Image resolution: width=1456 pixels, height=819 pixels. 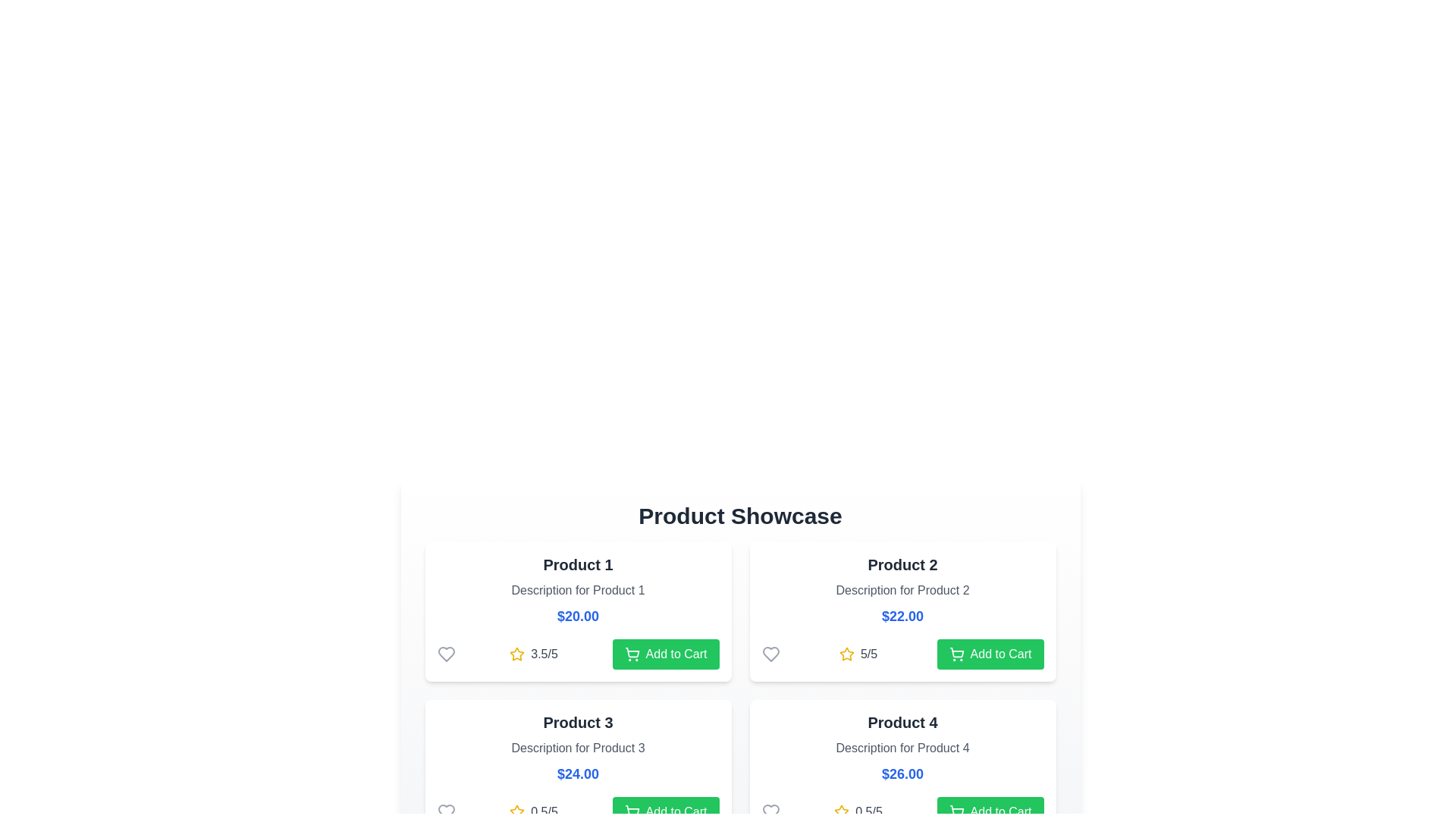 I want to click on the shopping cart icon located inside the green 'Add to Cart' button for 'Product 2' in the product showcase grid layout, so click(x=955, y=654).